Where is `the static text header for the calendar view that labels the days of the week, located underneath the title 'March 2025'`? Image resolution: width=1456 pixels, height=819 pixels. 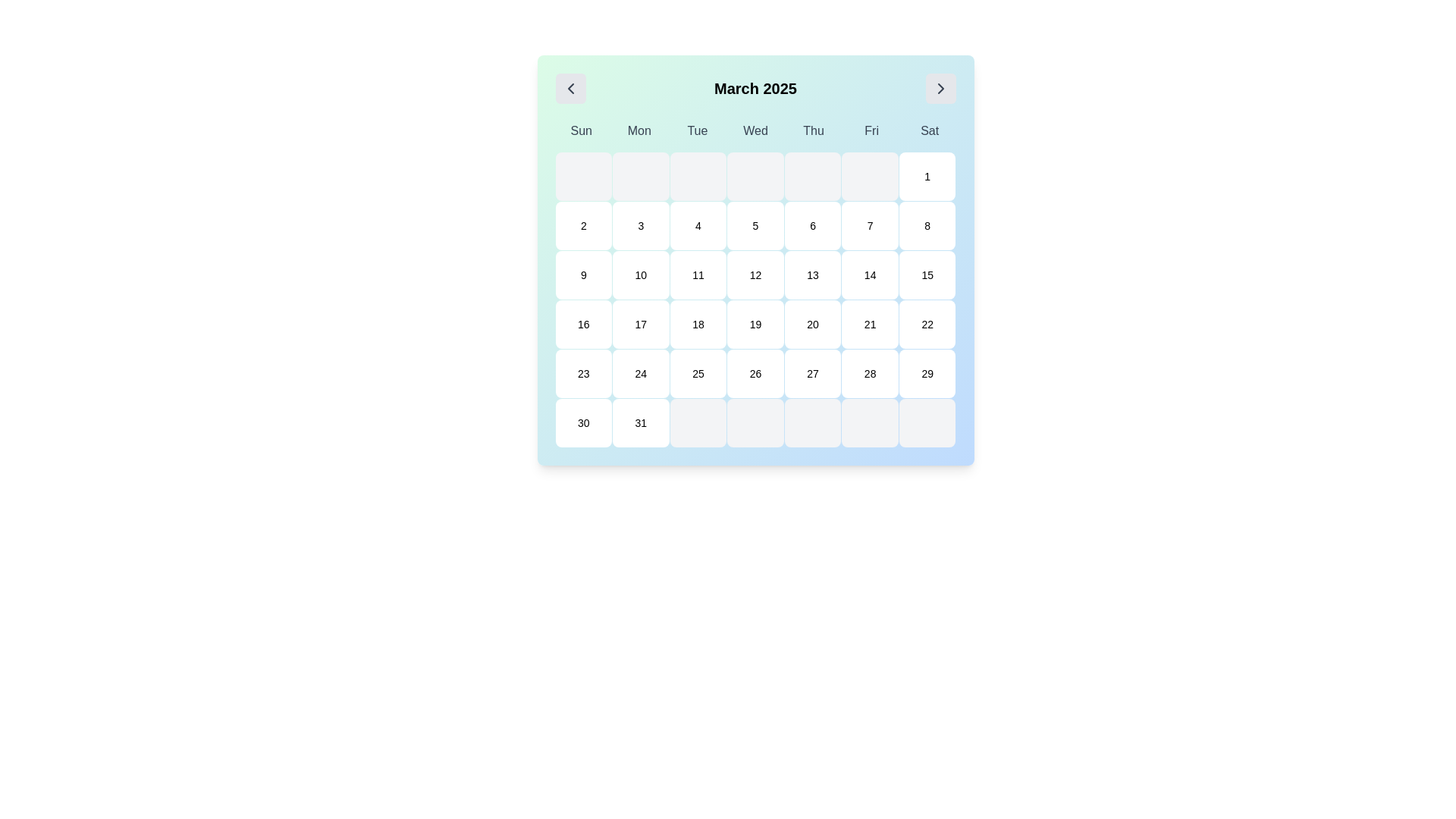 the static text header for the calendar view that labels the days of the week, located underneath the title 'March 2025' is located at coordinates (755, 130).